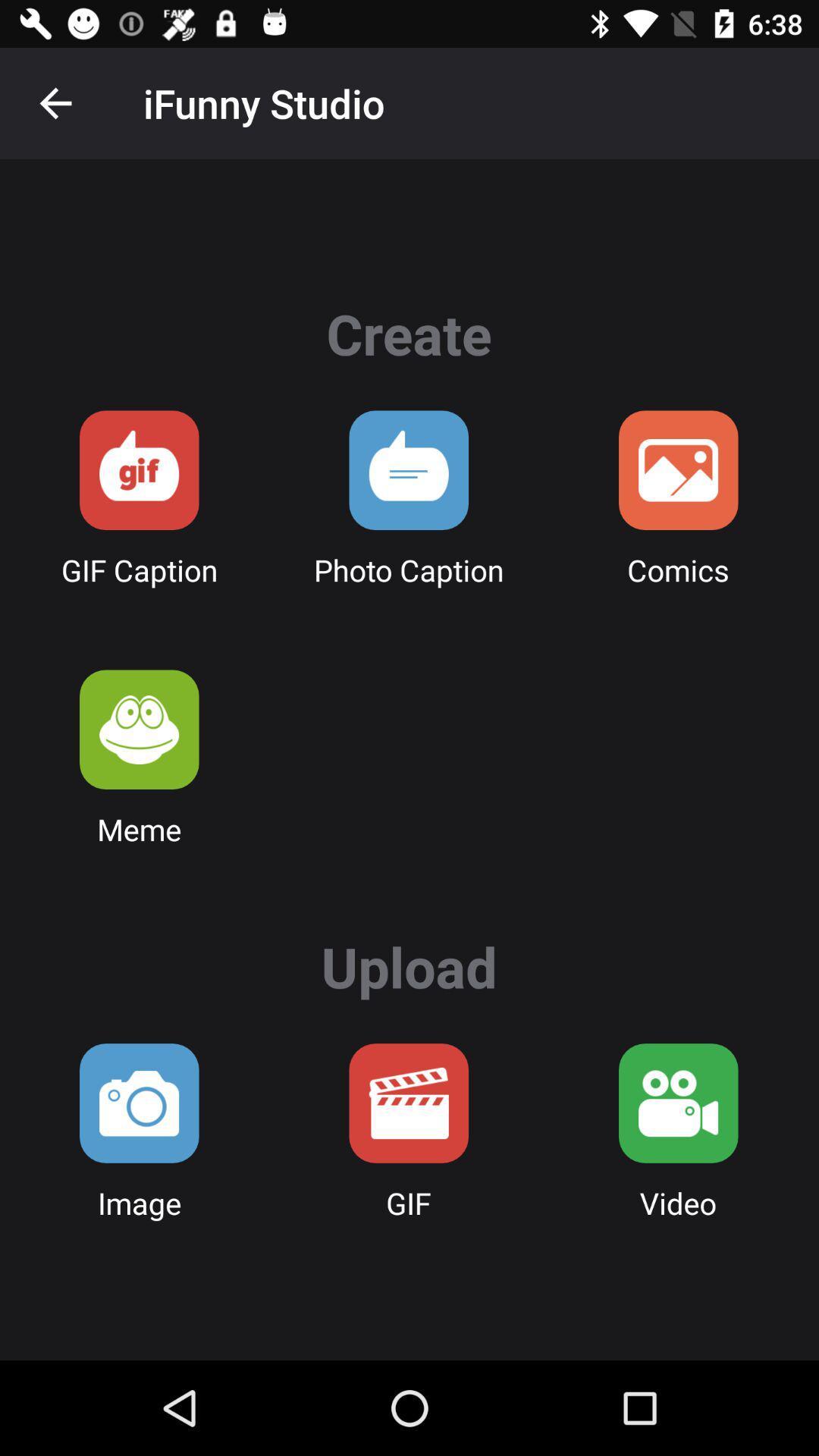 This screenshot has width=819, height=1456. What do you see at coordinates (408, 1103) in the screenshot?
I see `gif` at bounding box center [408, 1103].